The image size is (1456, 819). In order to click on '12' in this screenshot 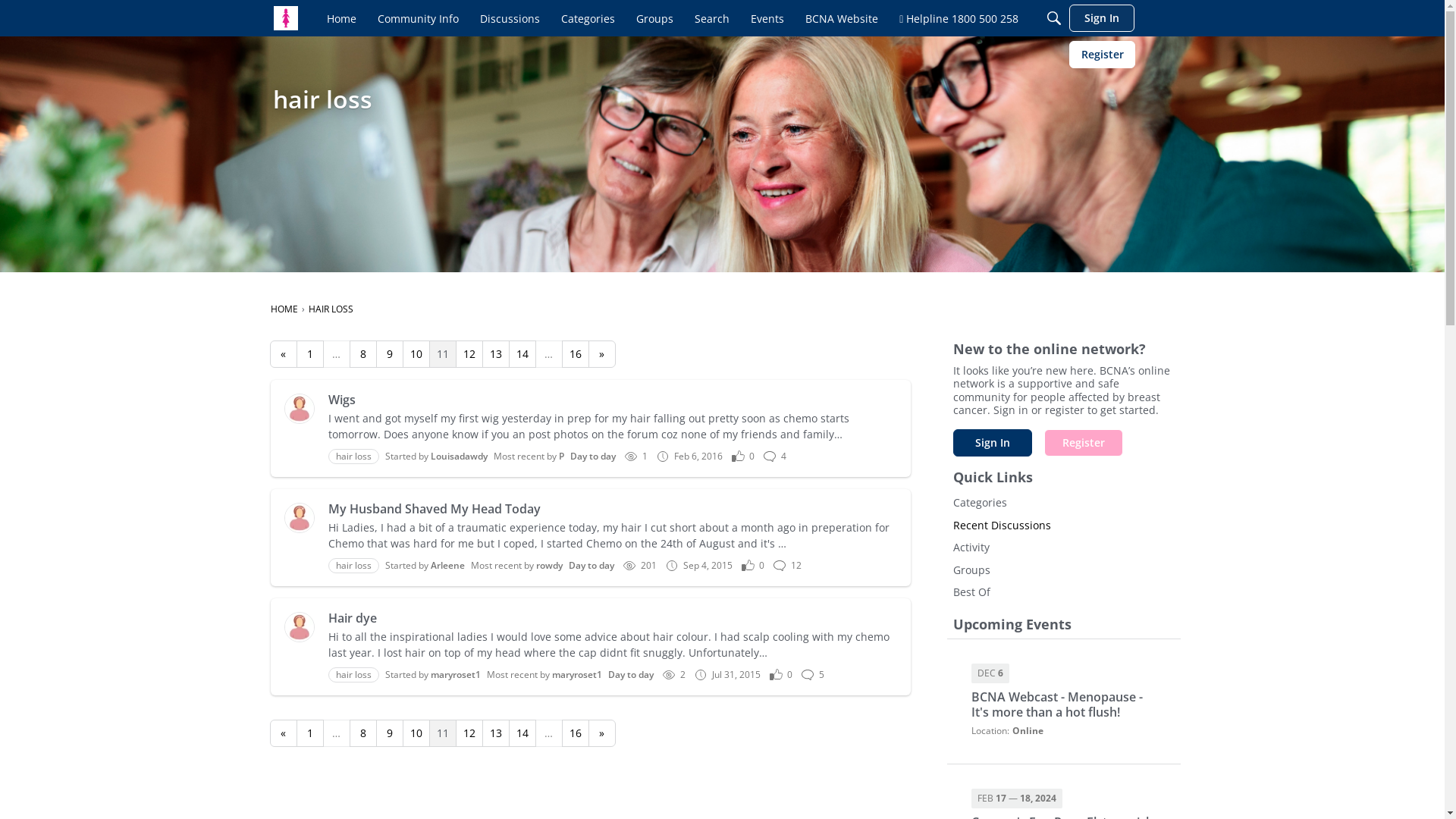, I will do `click(468, 353)`.